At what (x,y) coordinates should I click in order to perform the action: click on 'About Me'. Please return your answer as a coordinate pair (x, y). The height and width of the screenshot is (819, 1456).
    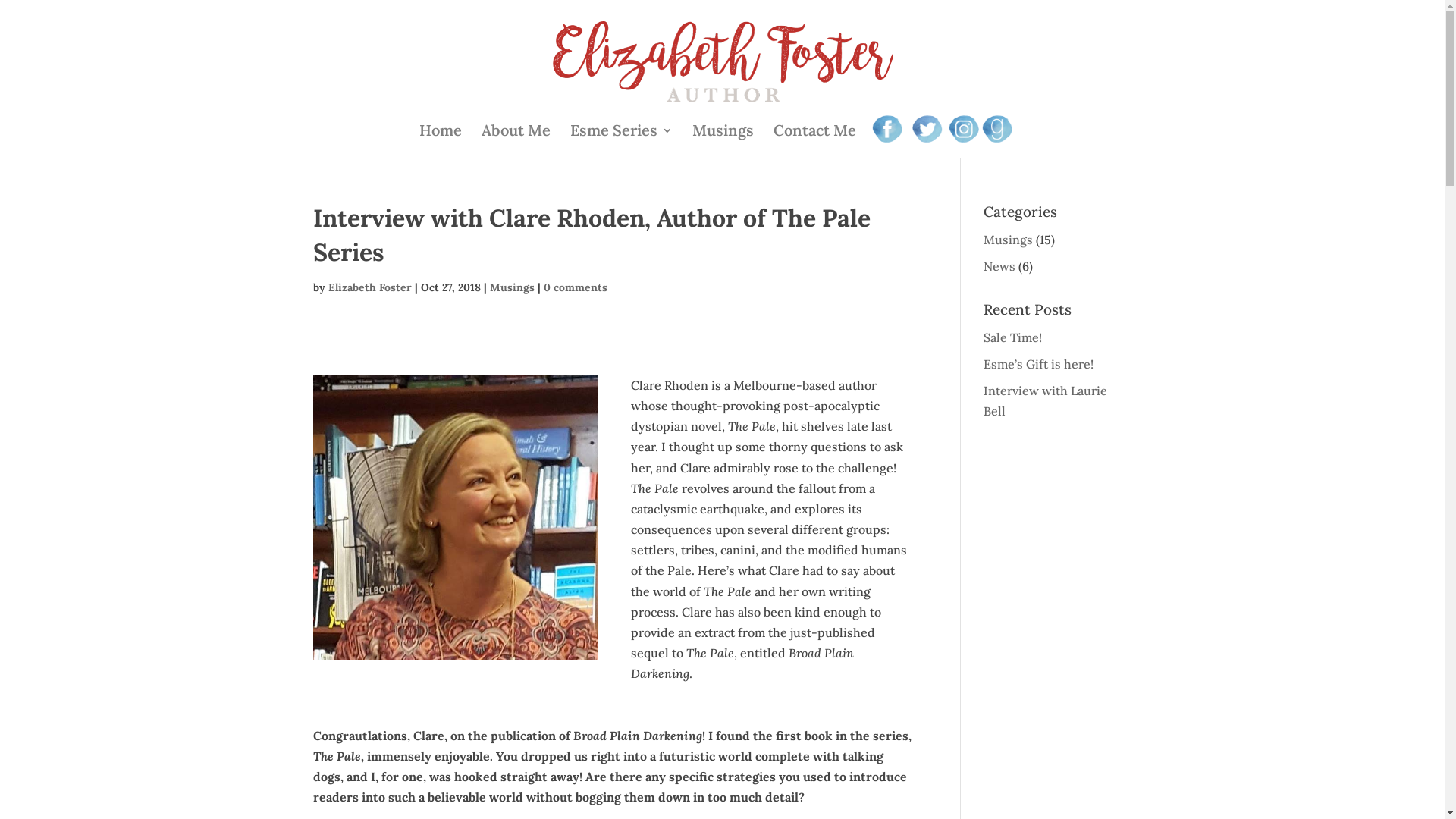
    Looking at the image, I should click on (516, 141).